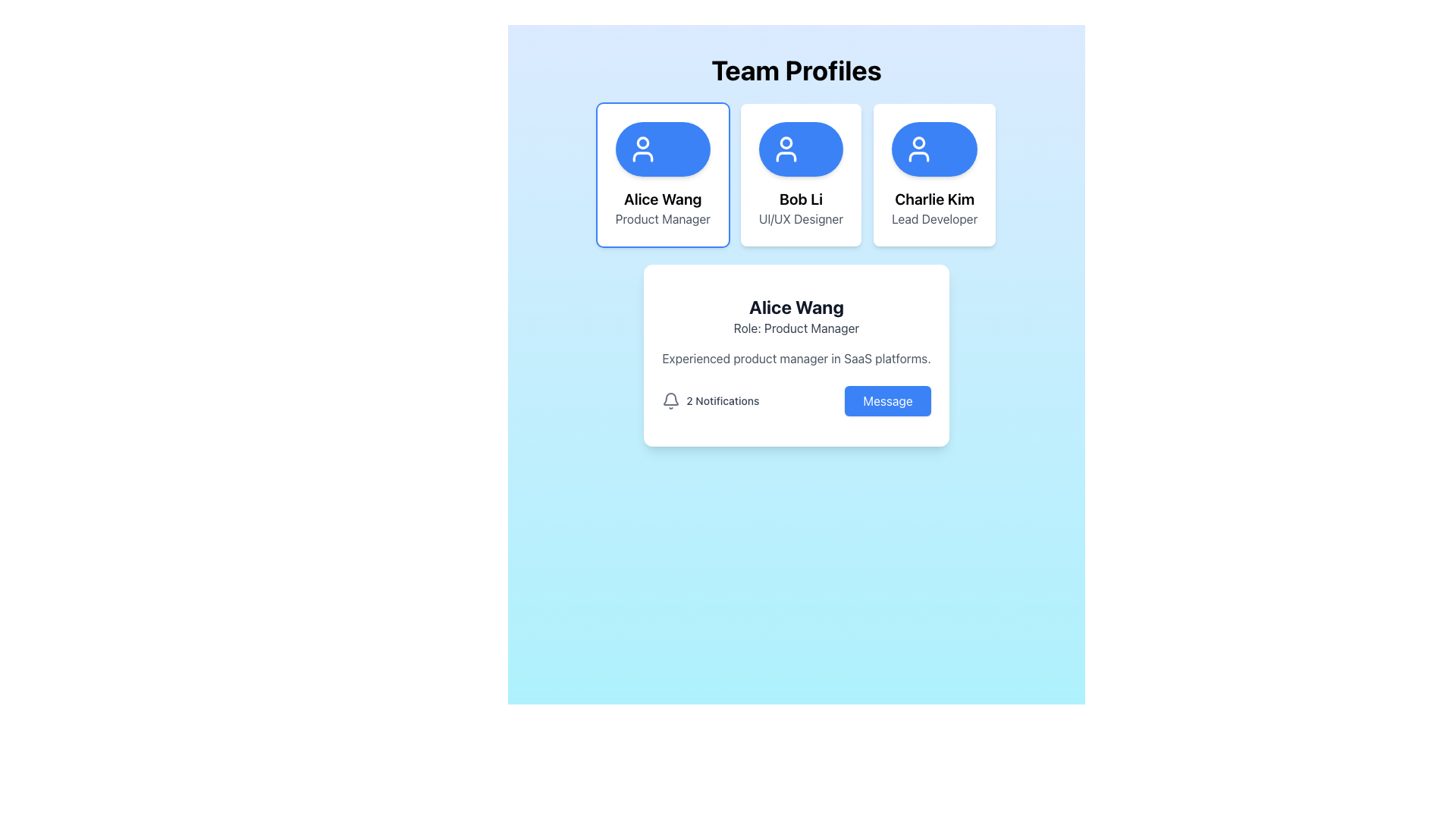  Describe the element at coordinates (670, 398) in the screenshot. I see `the top portion of the bell-shaped vector graphic within the SVG on the 'Alice Wang' profile card` at that location.